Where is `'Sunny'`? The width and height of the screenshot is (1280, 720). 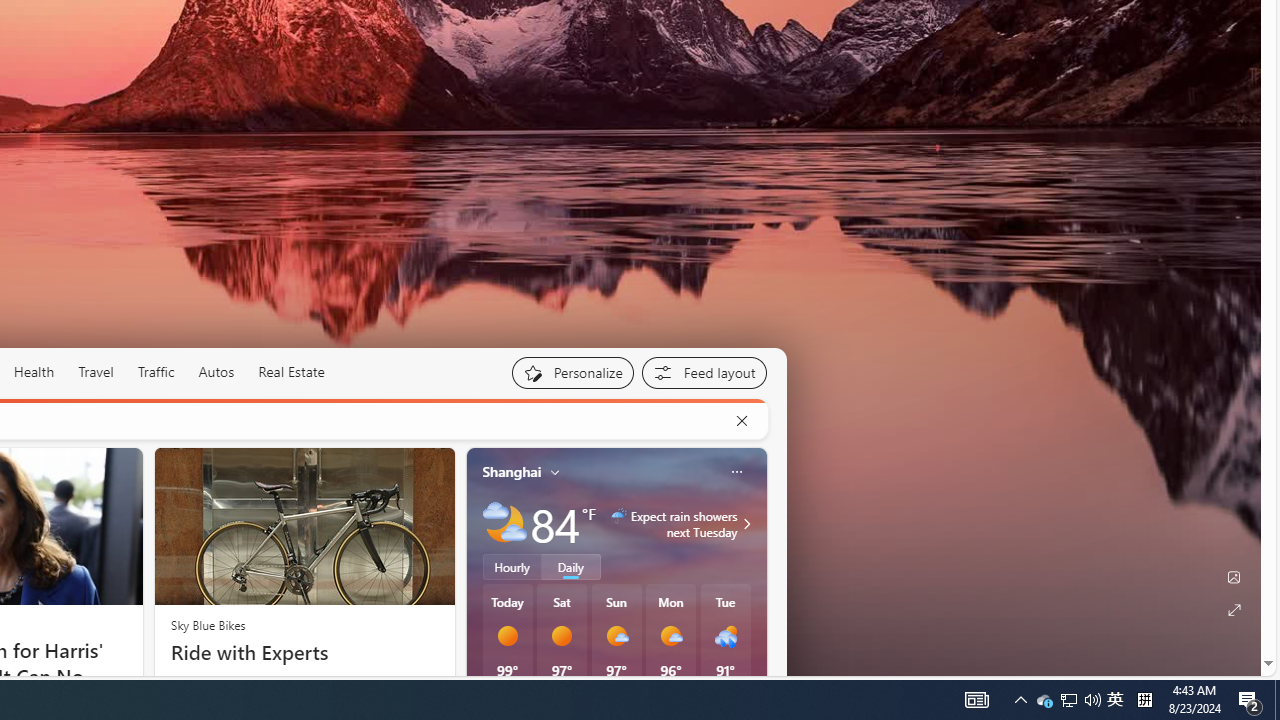
'Sunny' is located at coordinates (560, 636).